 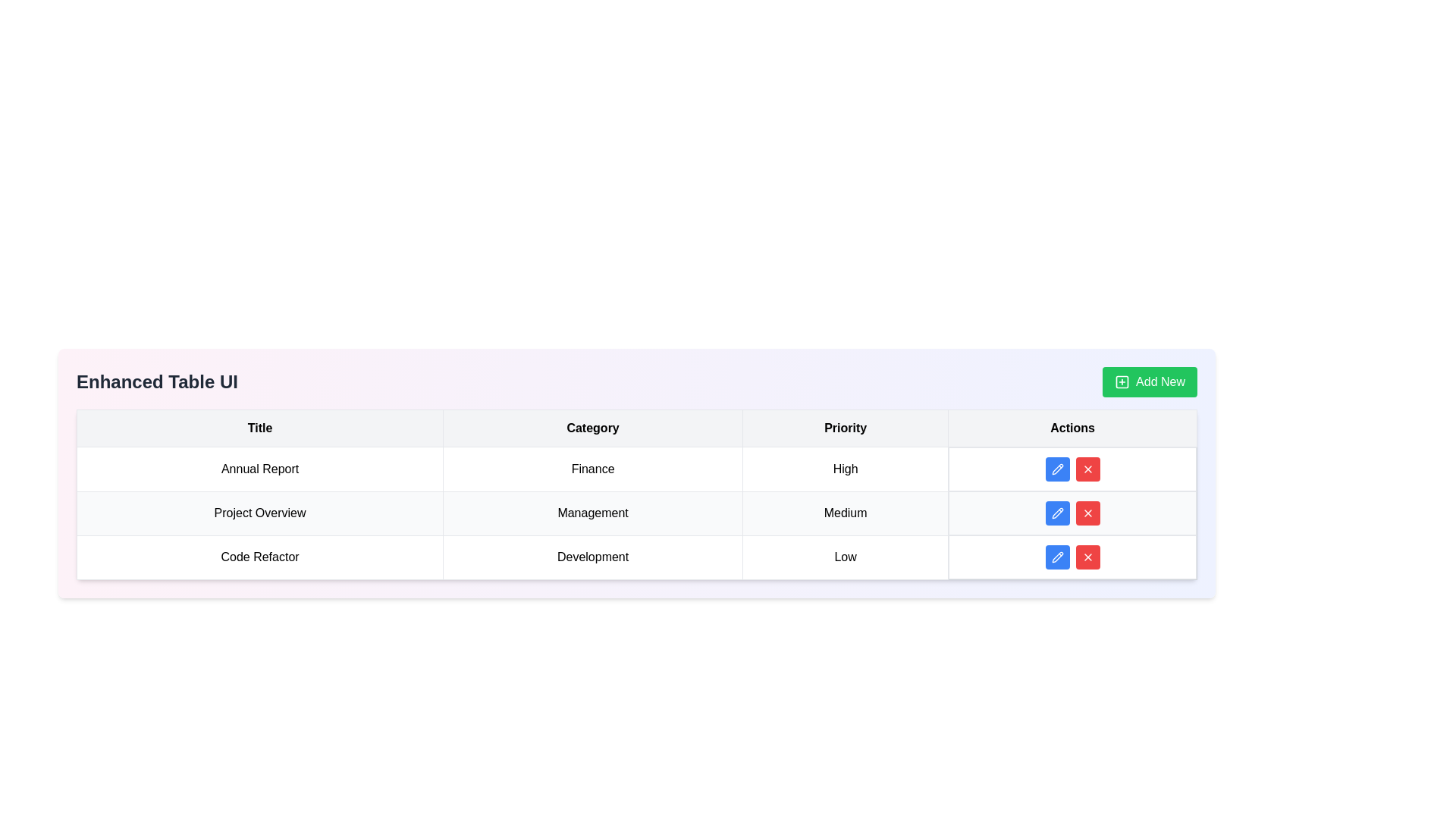 What do you see at coordinates (1056, 468) in the screenshot?
I see `the Icon Button in the 'Actions' column of the table corresponding to the row labeled 'Project Overview'` at bounding box center [1056, 468].